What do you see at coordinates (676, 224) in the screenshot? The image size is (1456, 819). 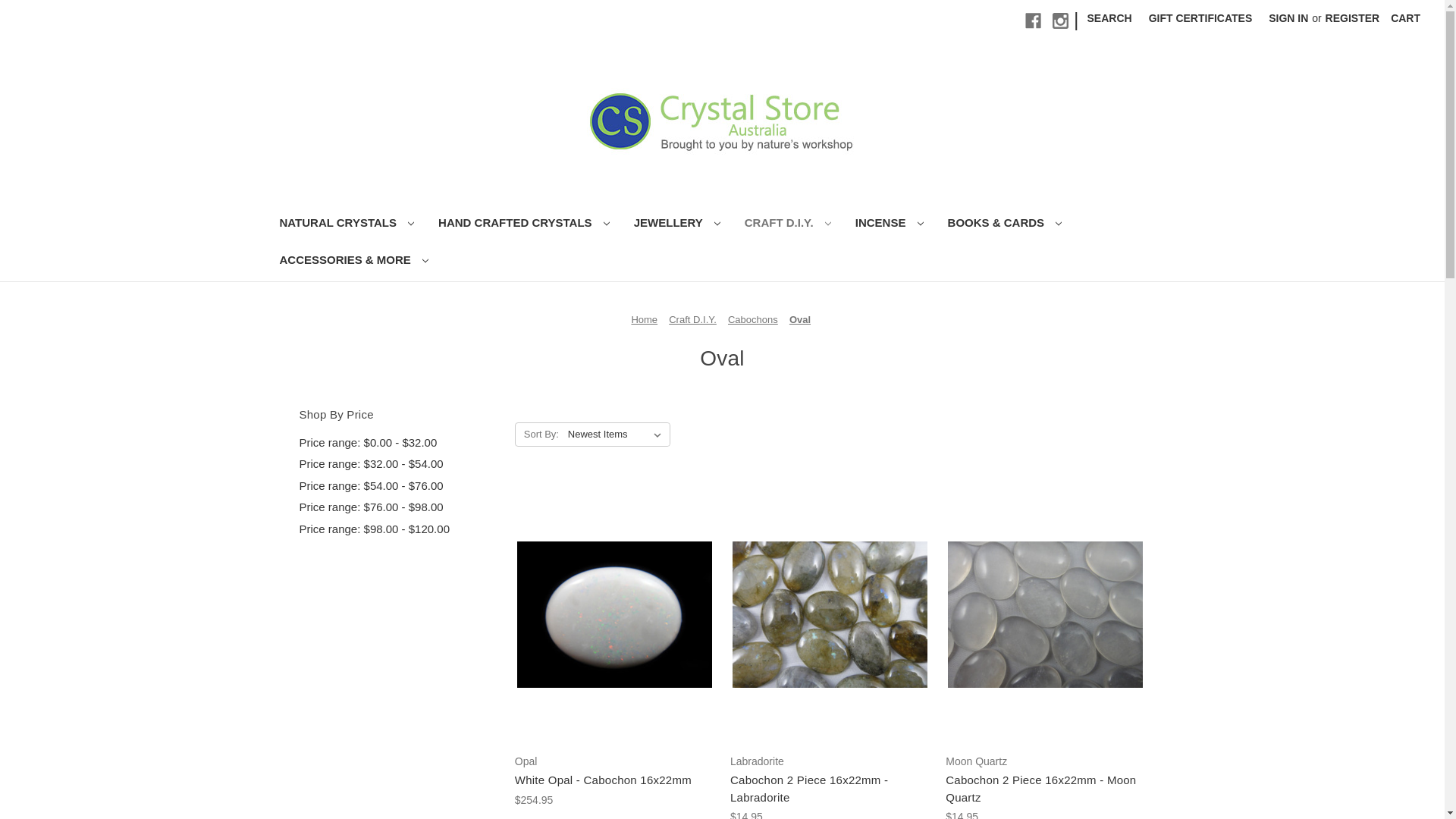 I see `'JEWELLERY'` at bounding box center [676, 224].